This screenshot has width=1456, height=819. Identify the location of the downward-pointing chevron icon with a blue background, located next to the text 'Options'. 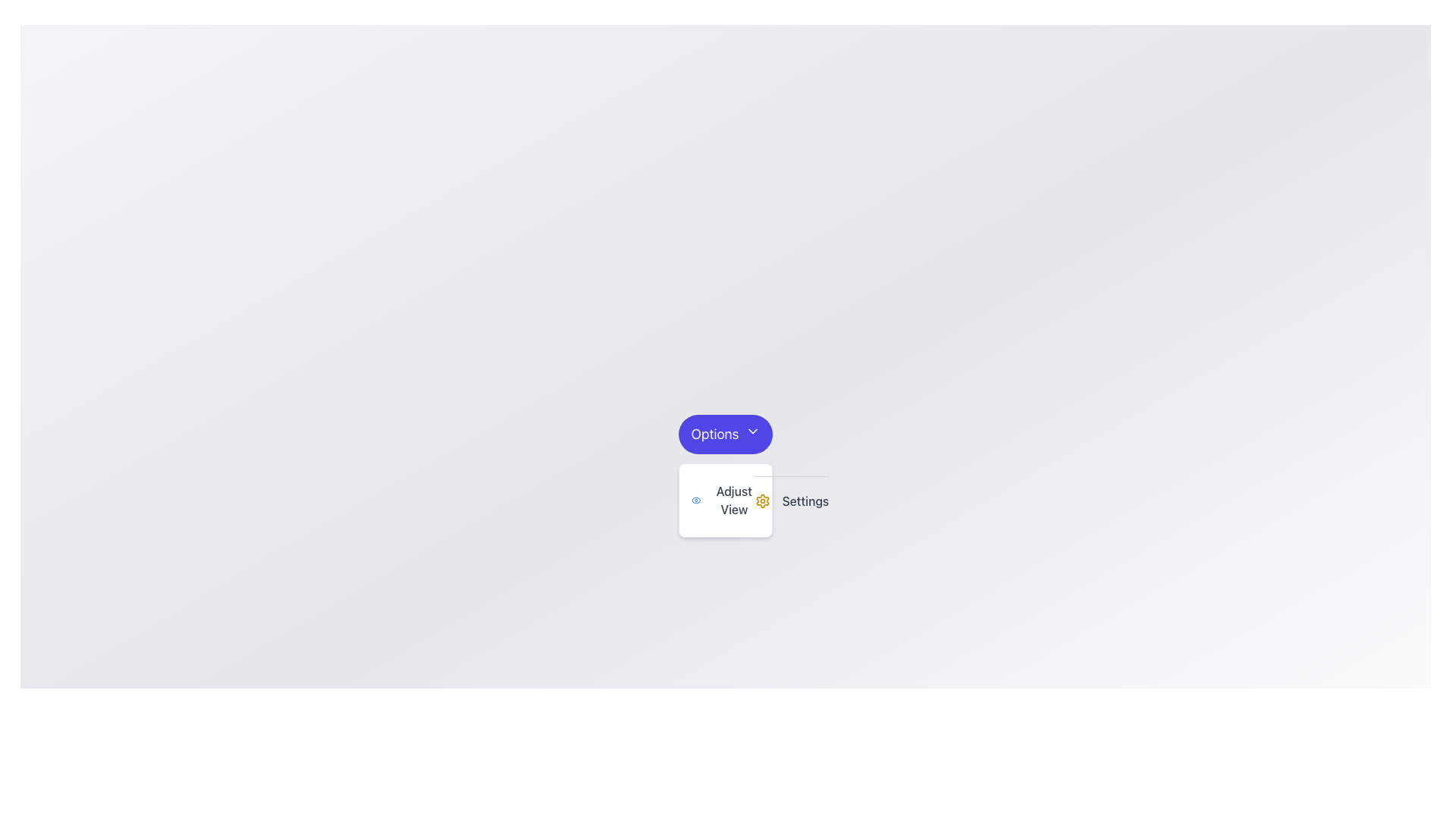
(752, 431).